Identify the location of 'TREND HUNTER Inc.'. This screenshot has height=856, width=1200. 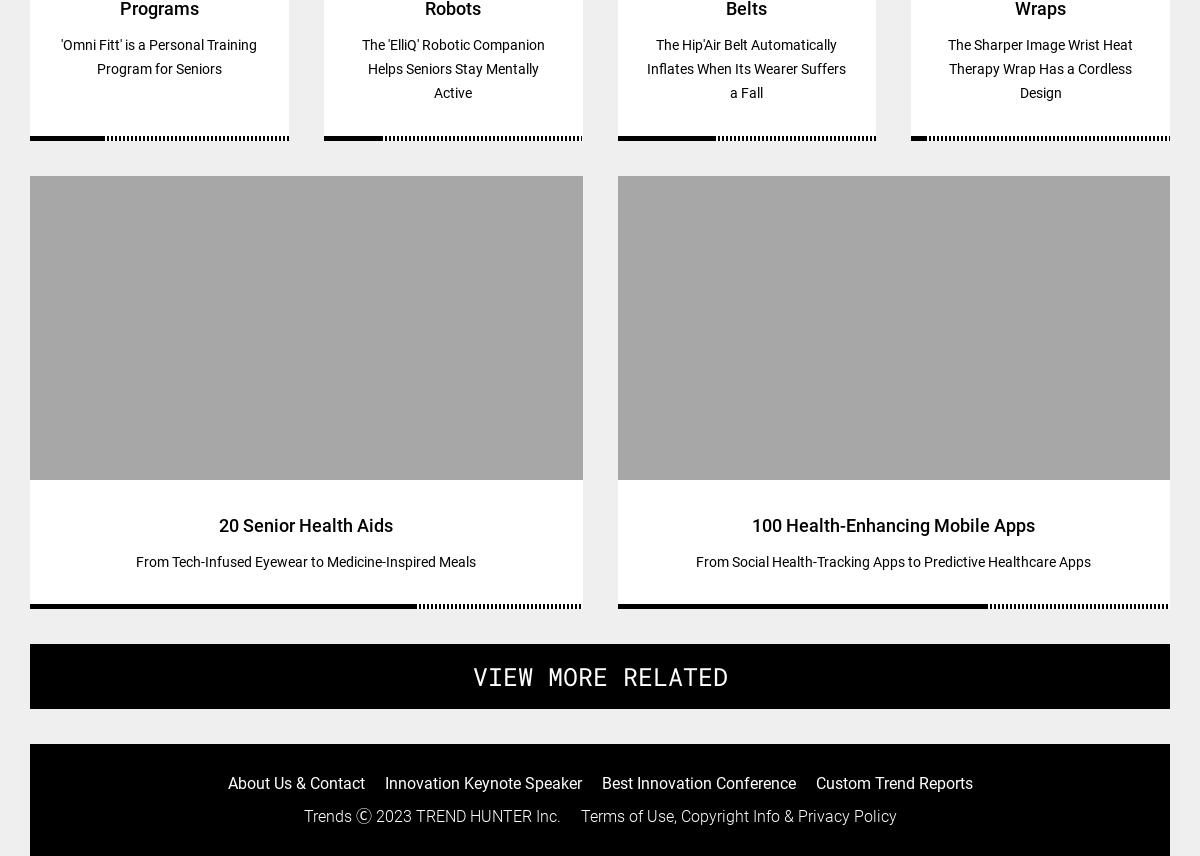
(414, 816).